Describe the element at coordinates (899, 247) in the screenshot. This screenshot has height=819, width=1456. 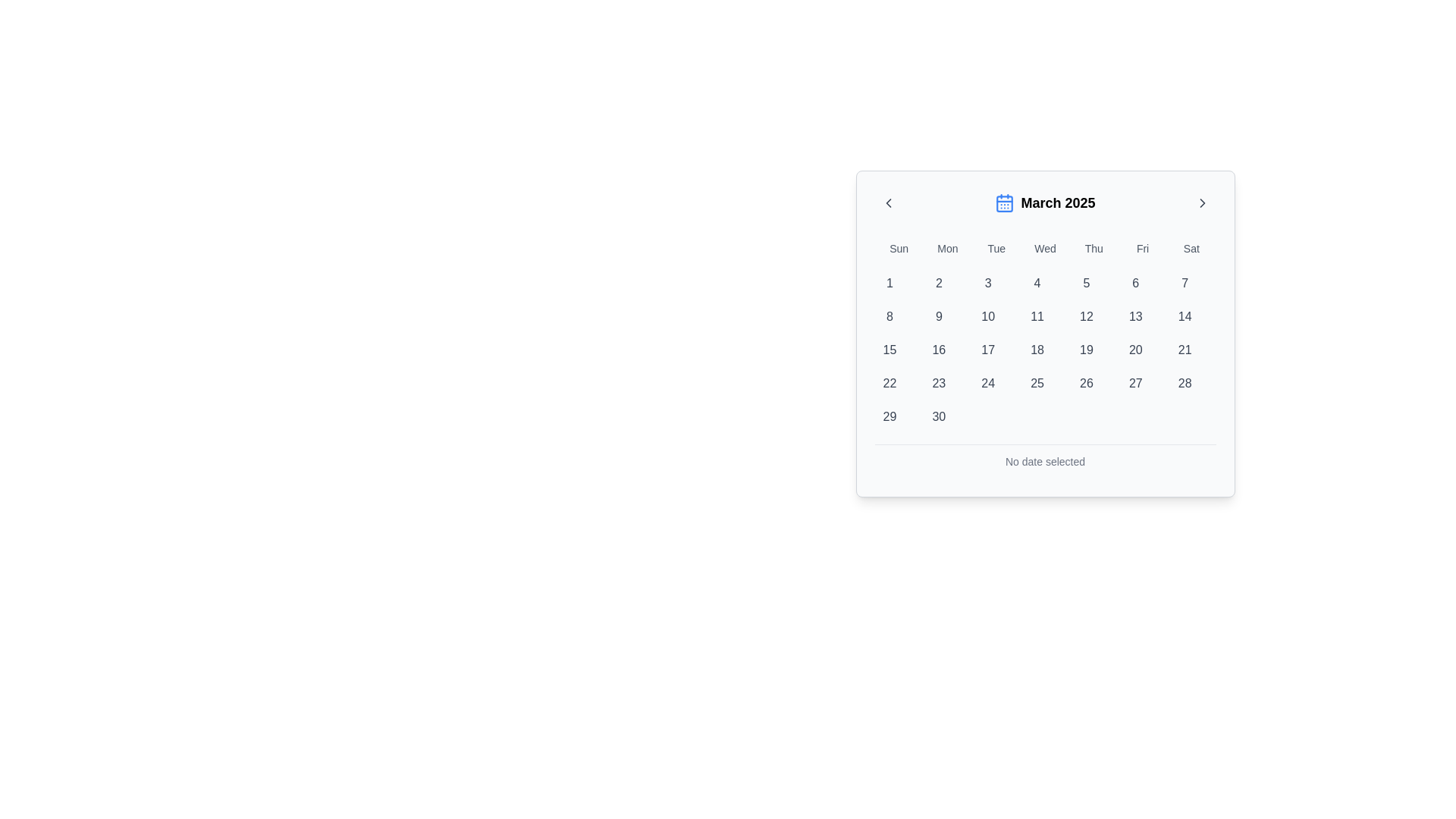
I see `label indicating the abbreviation for Sunday, which is located in the top-left corner of the grid section of the calendar widget` at that location.